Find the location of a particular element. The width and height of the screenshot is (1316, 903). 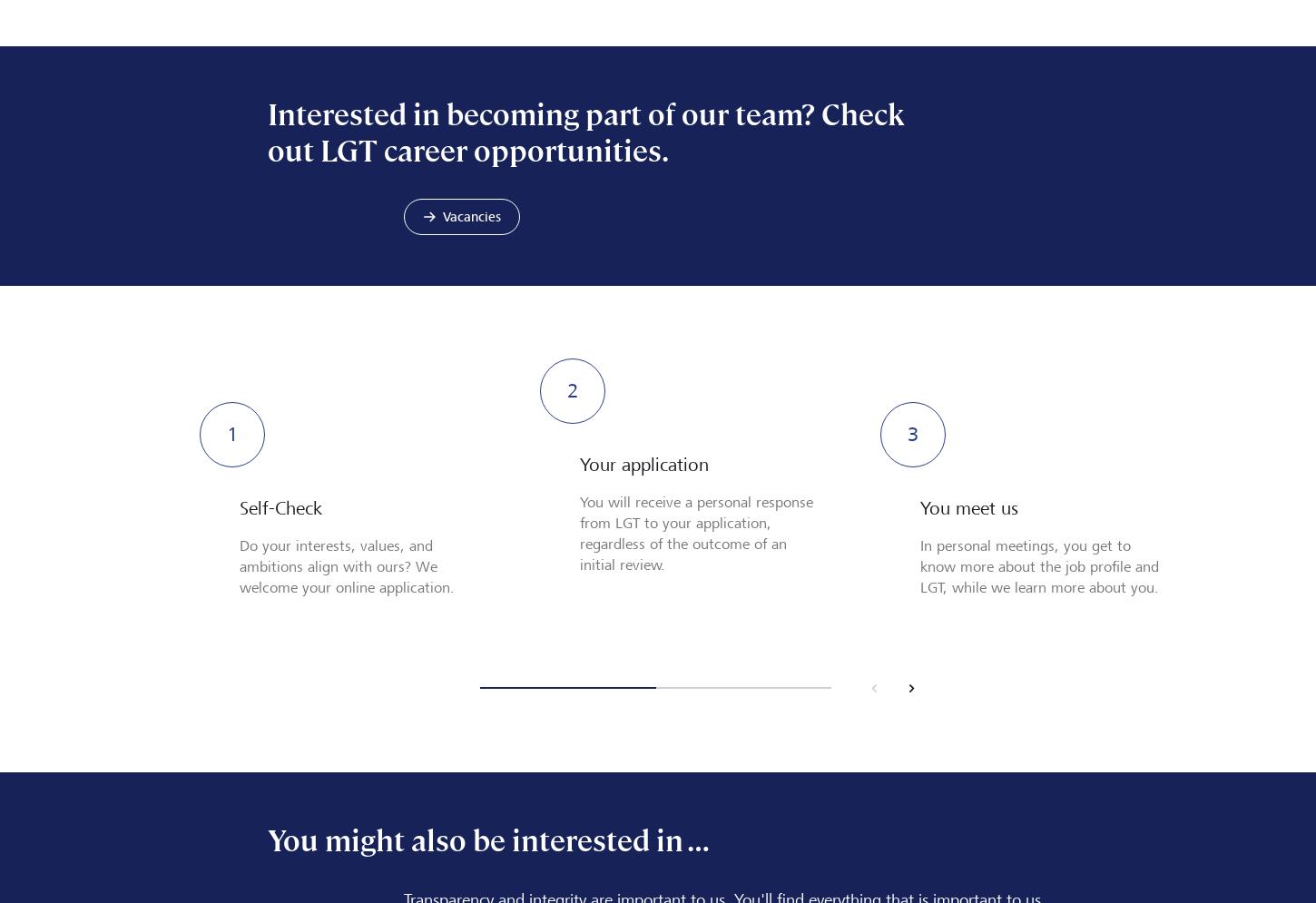

'Self-Check' is located at coordinates (240, 506).